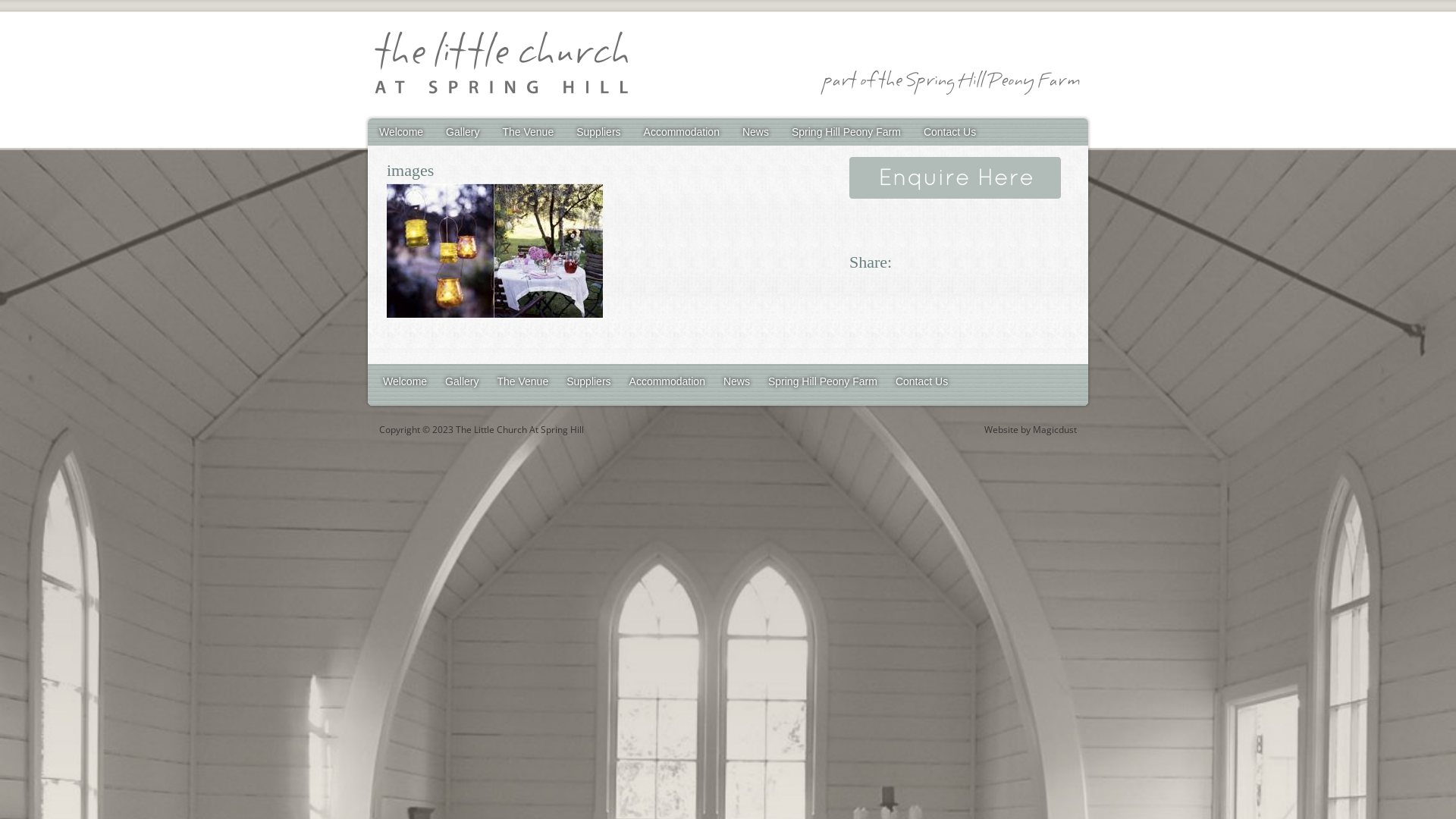  What do you see at coordinates (846, 130) in the screenshot?
I see `'Spring Hill Peony Farm'` at bounding box center [846, 130].